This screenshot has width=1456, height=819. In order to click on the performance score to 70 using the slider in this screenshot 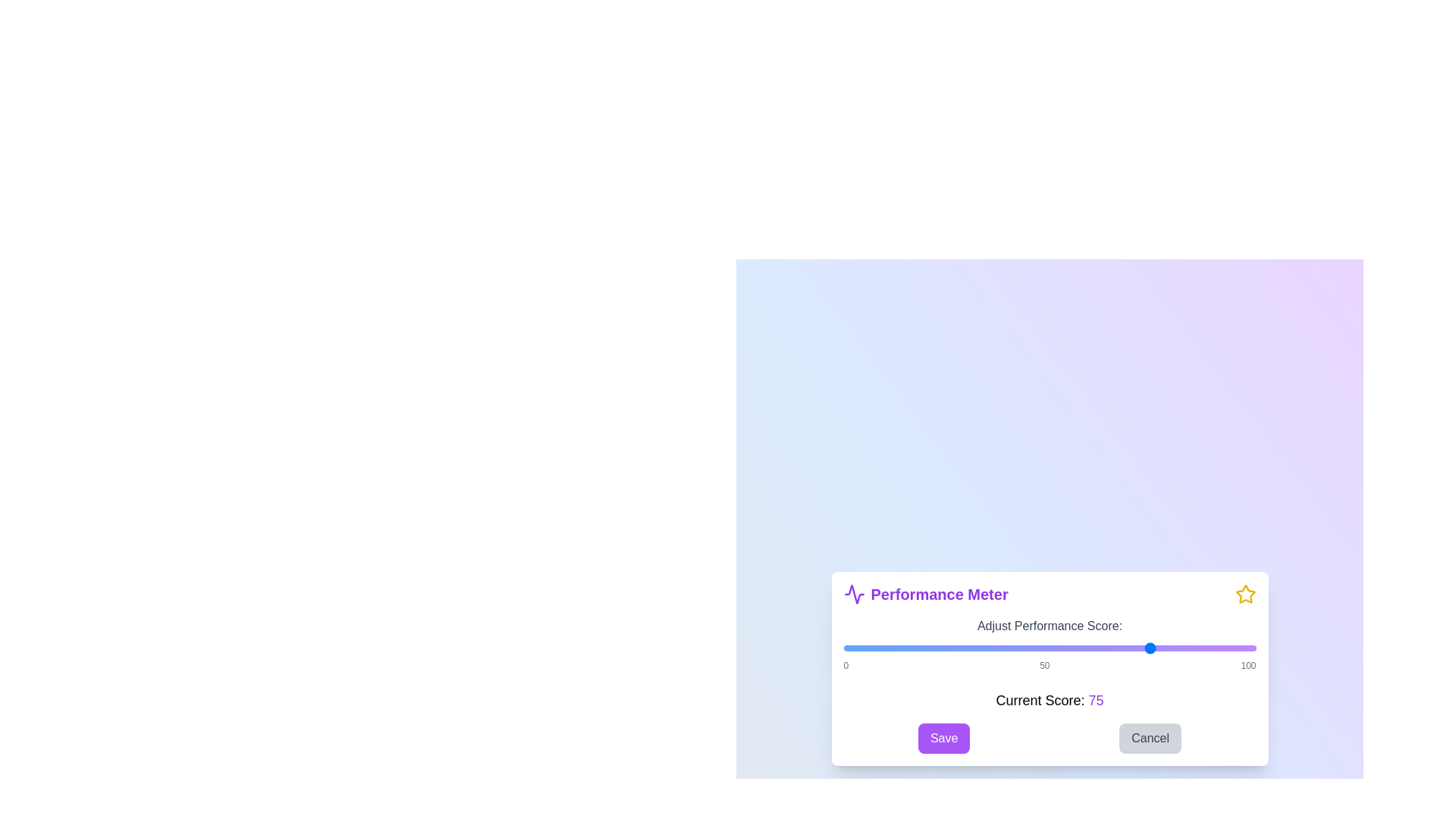, I will do `click(1132, 648)`.